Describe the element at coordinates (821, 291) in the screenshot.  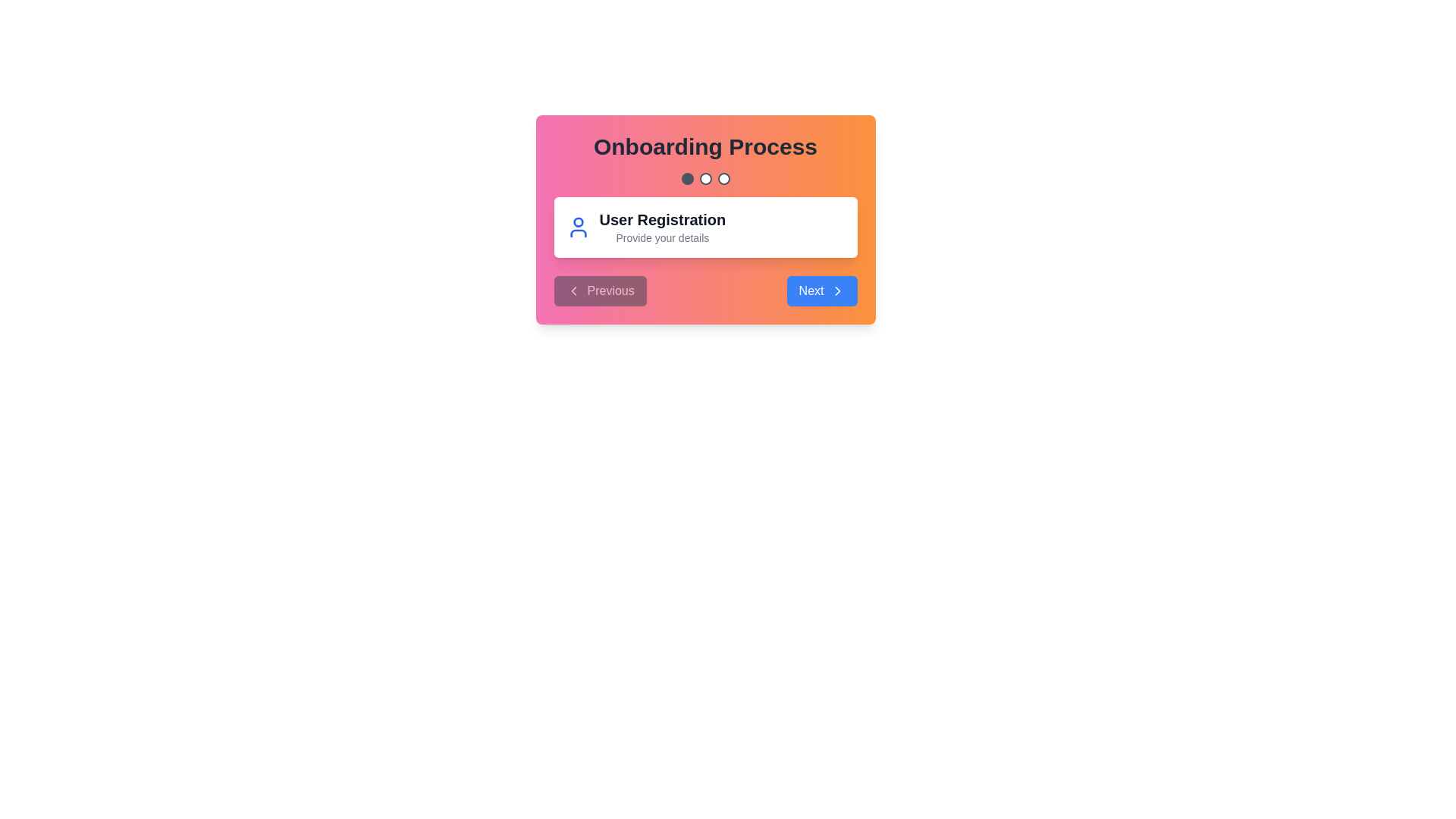
I see `the blue button labeled 'Next' with white text and a right-pointing chevron icon located at the bottom-right of the 'Onboarding Process' card` at that location.